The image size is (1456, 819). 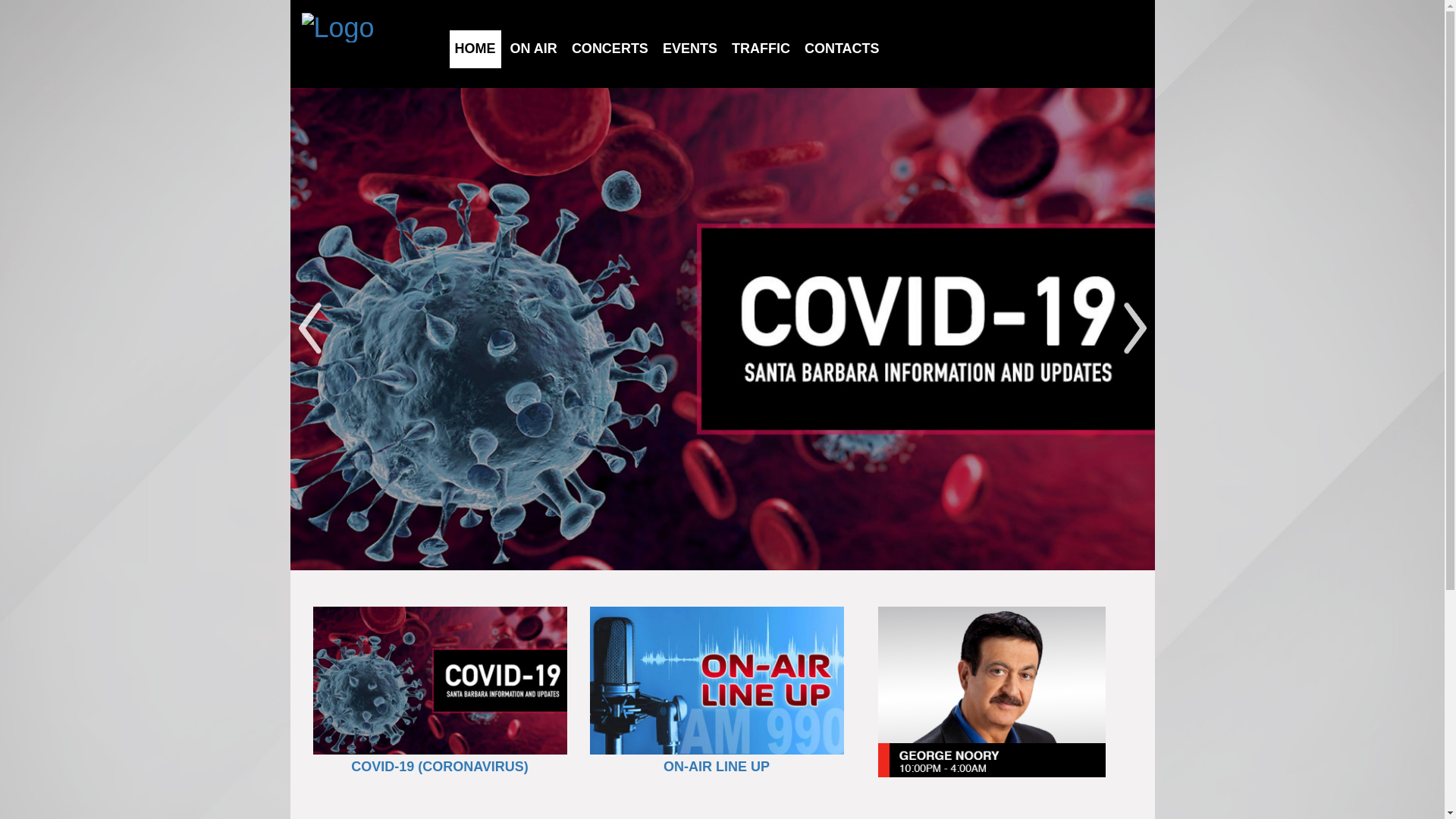 What do you see at coordinates (510, 48) in the screenshot?
I see `'ON AIR'` at bounding box center [510, 48].